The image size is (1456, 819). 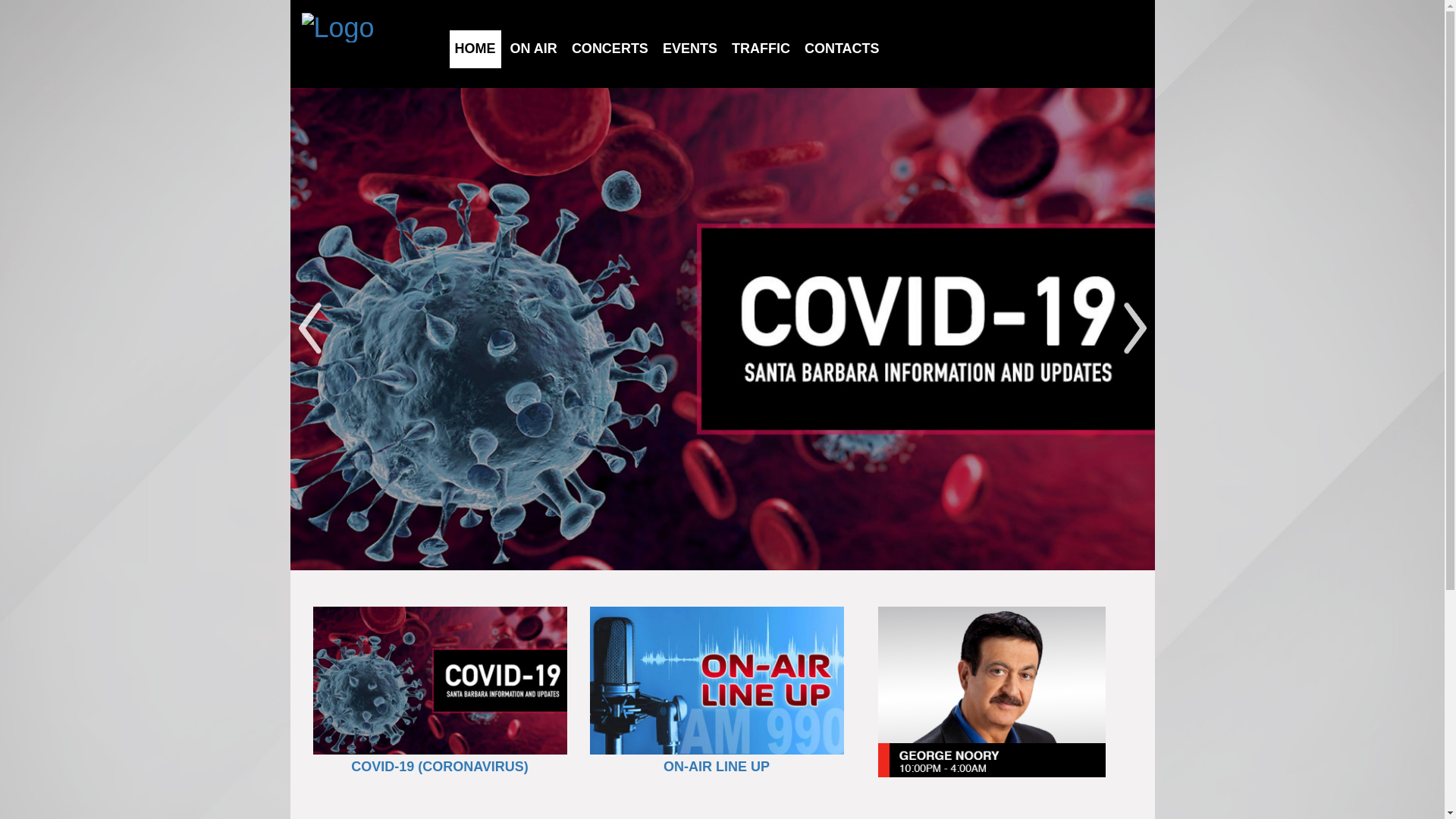 What do you see at coordinates (510, 48) in the screenshot?
I see `'ON AIR'` at bounding box center [510, 48].